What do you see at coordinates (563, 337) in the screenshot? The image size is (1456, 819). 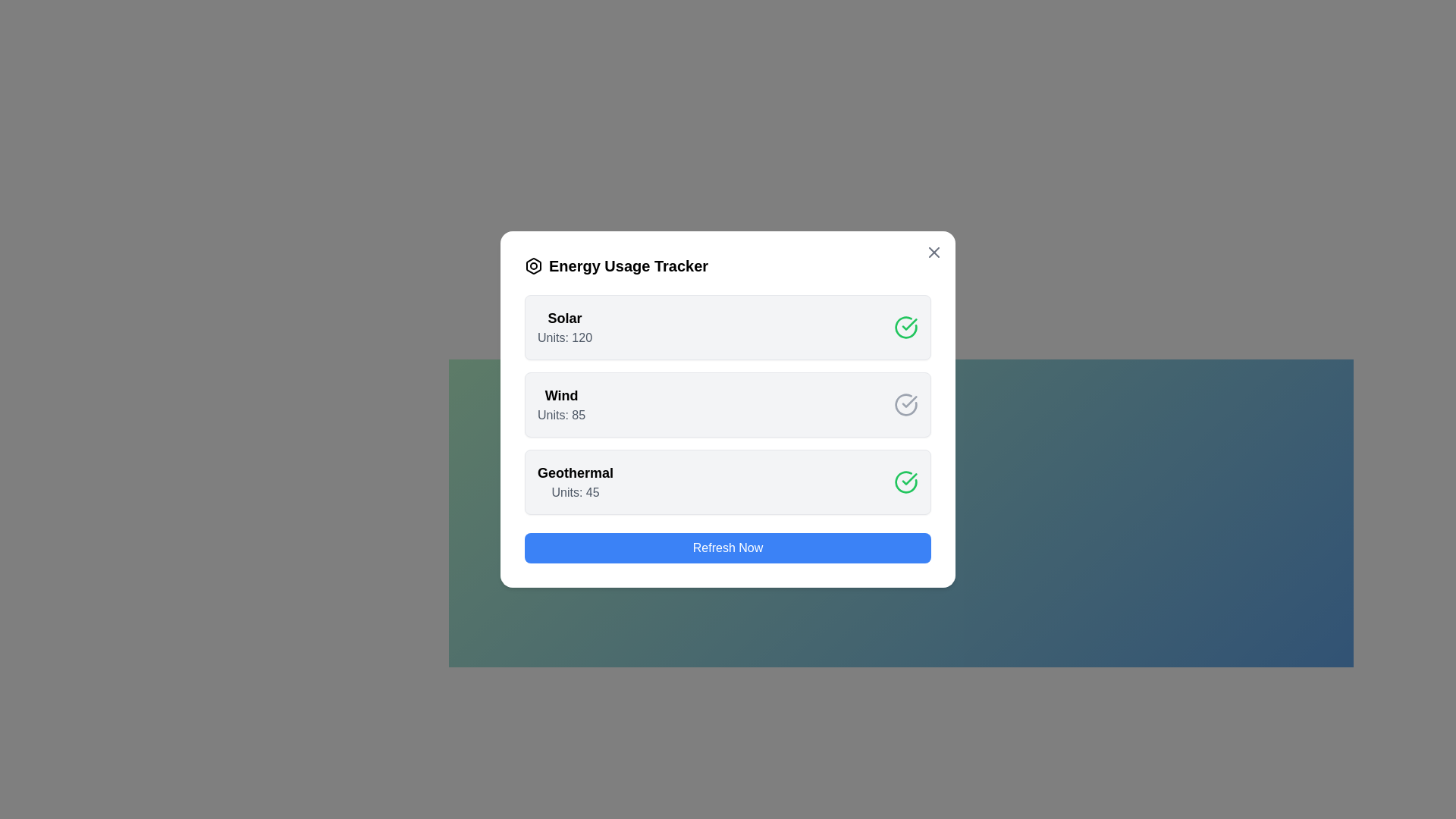 I see `the static text displaying 'Units: 120' which is located beneath the bolded text 'Solar'` at bounding box center [563, 337].